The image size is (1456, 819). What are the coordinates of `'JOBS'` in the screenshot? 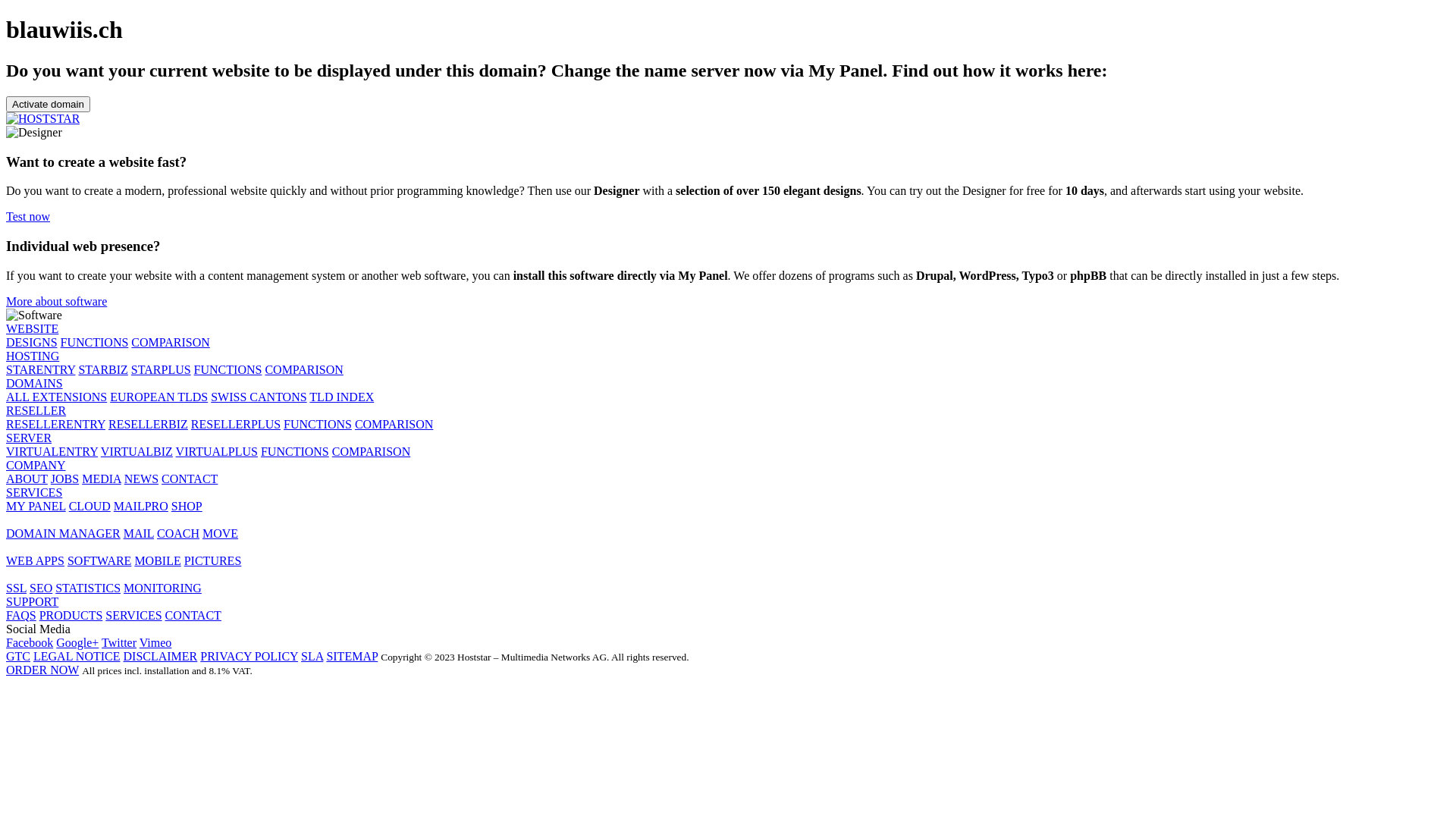 It's located at (64, 479).